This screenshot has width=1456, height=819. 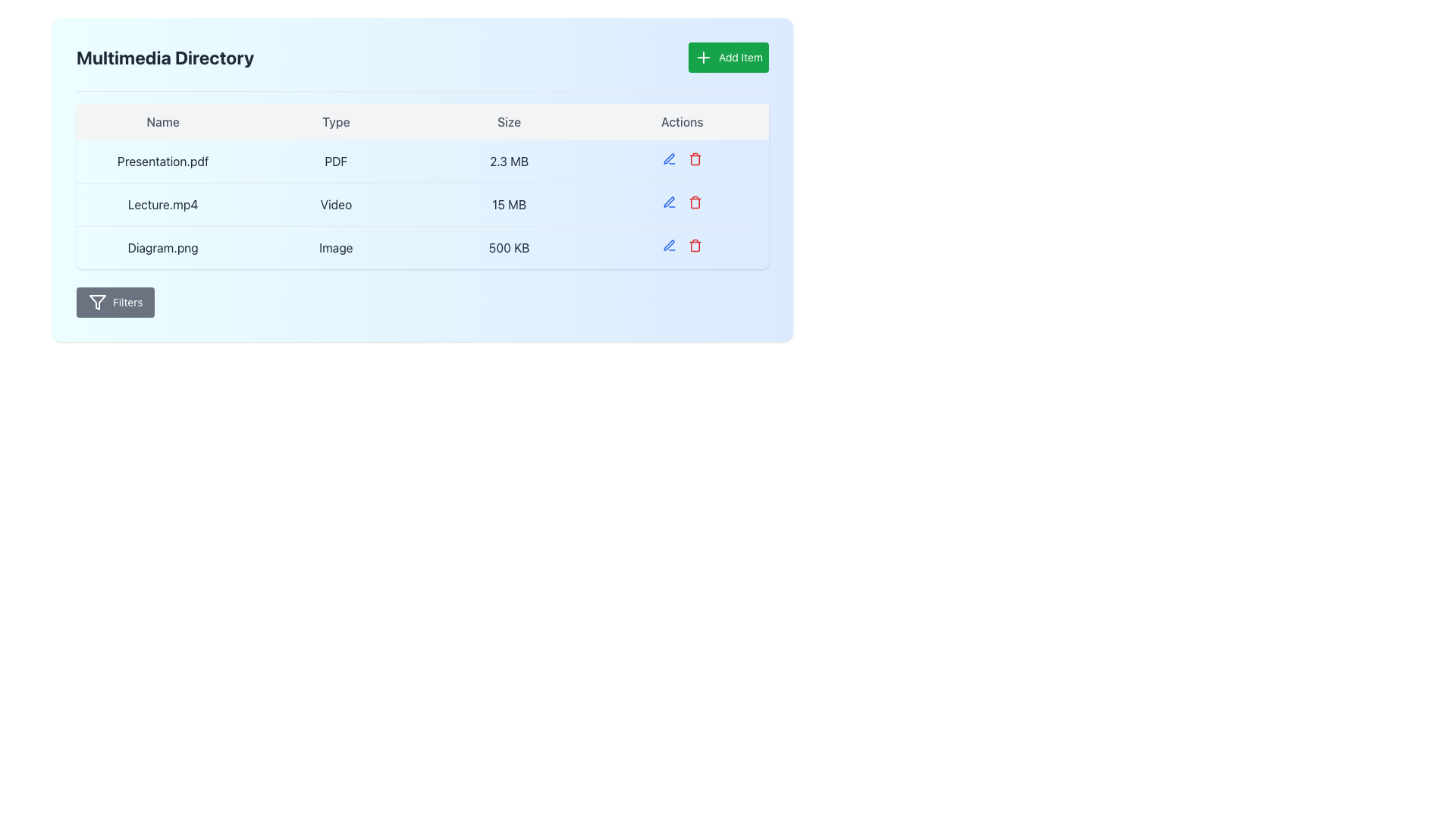 I want to click on the text label displaying 'Video' in the second row of the table under the 'Type' column, adjacent to 'Lecture.mp4', so click(x=335, y=205).